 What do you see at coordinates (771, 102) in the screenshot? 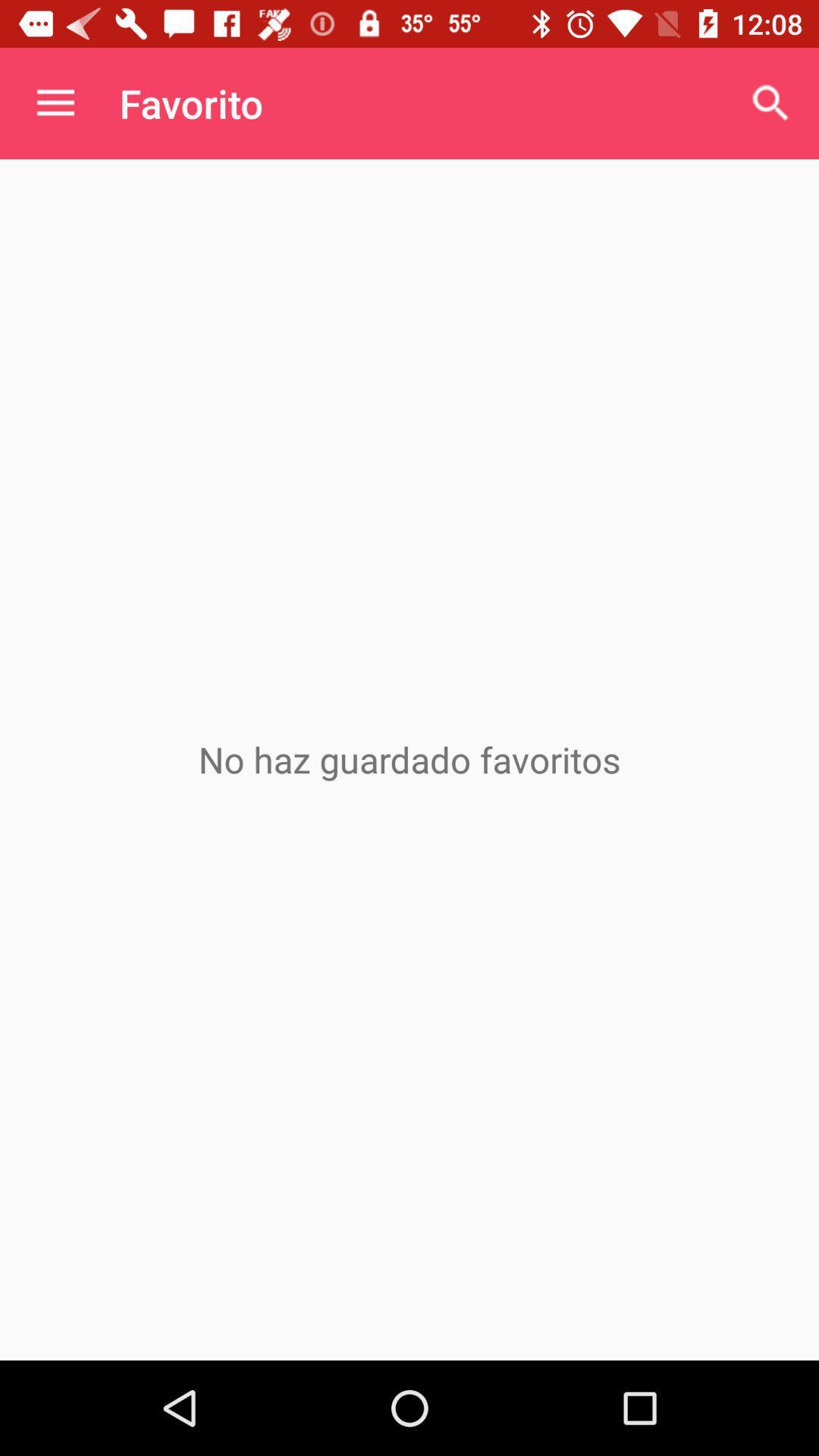
I see `item to the right of the favorito` at bounding box center [771, 102].